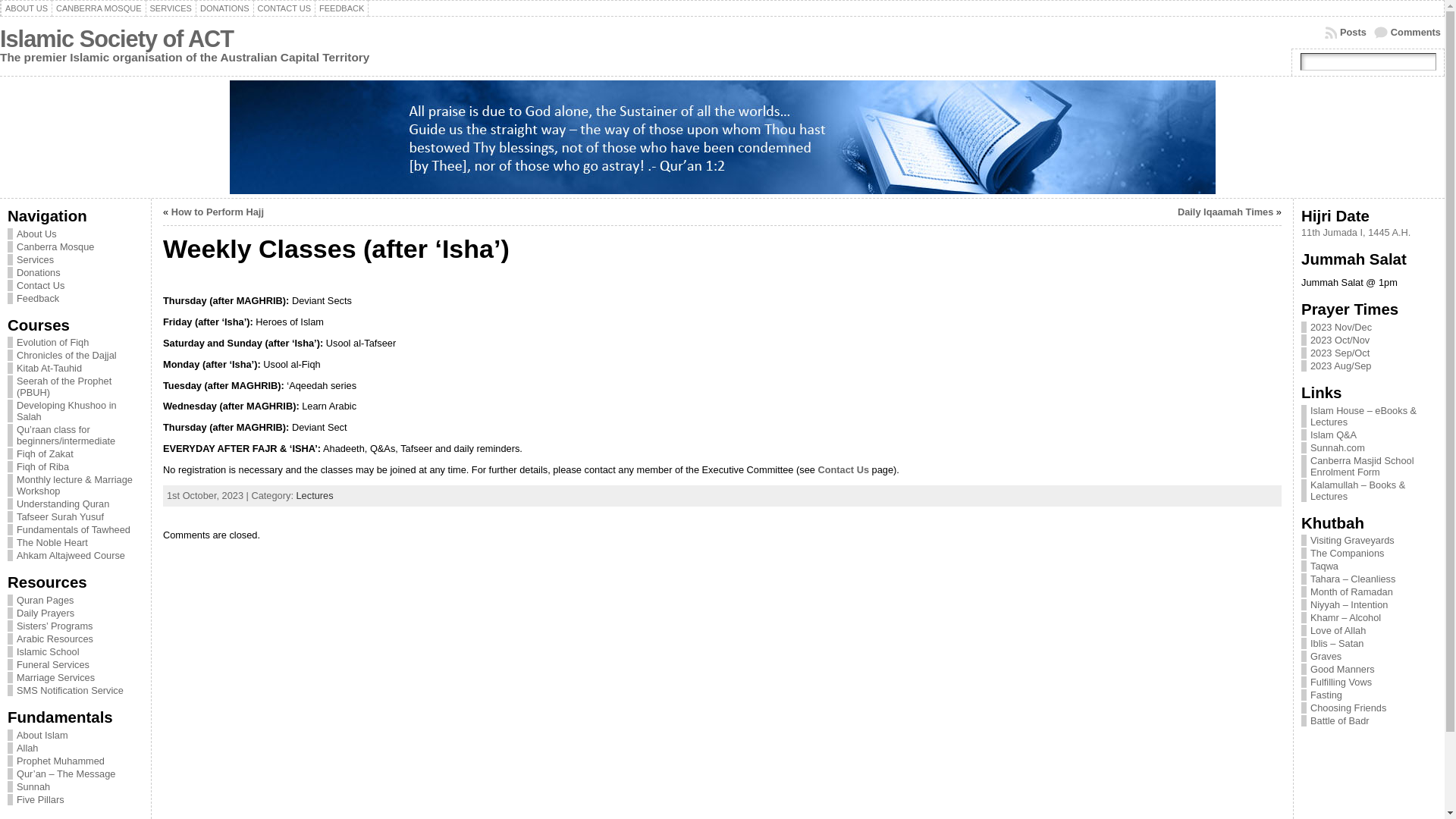 The width and height of the screenshot is (1456, 819). I want to click on '2023 Sep/Oct', so click(1339, 353).